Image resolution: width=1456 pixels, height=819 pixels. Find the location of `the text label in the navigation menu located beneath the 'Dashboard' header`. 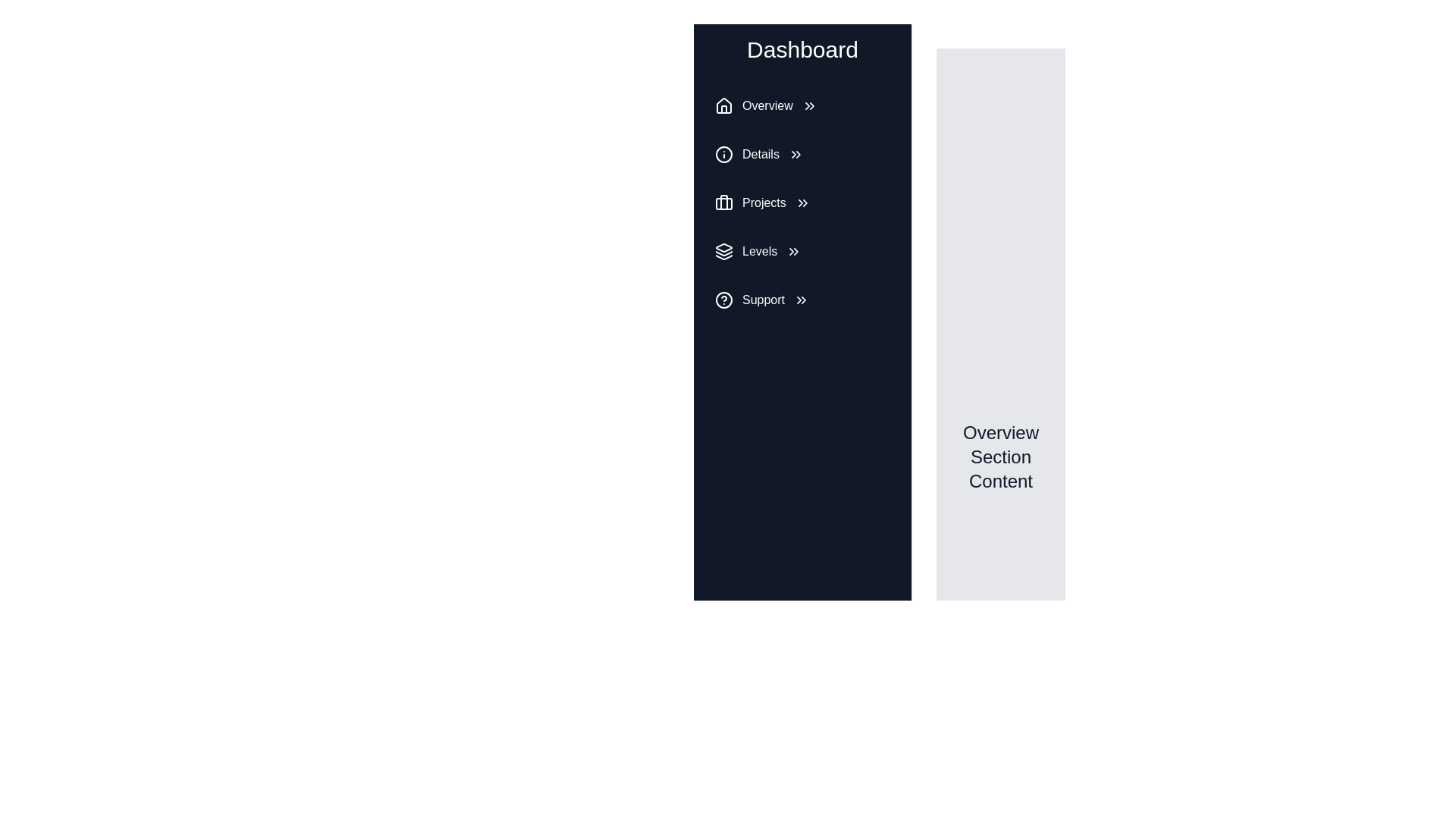

the text label in the navigation menu located beneath the 'Dashboard' header is located at coordinates (767, 105).